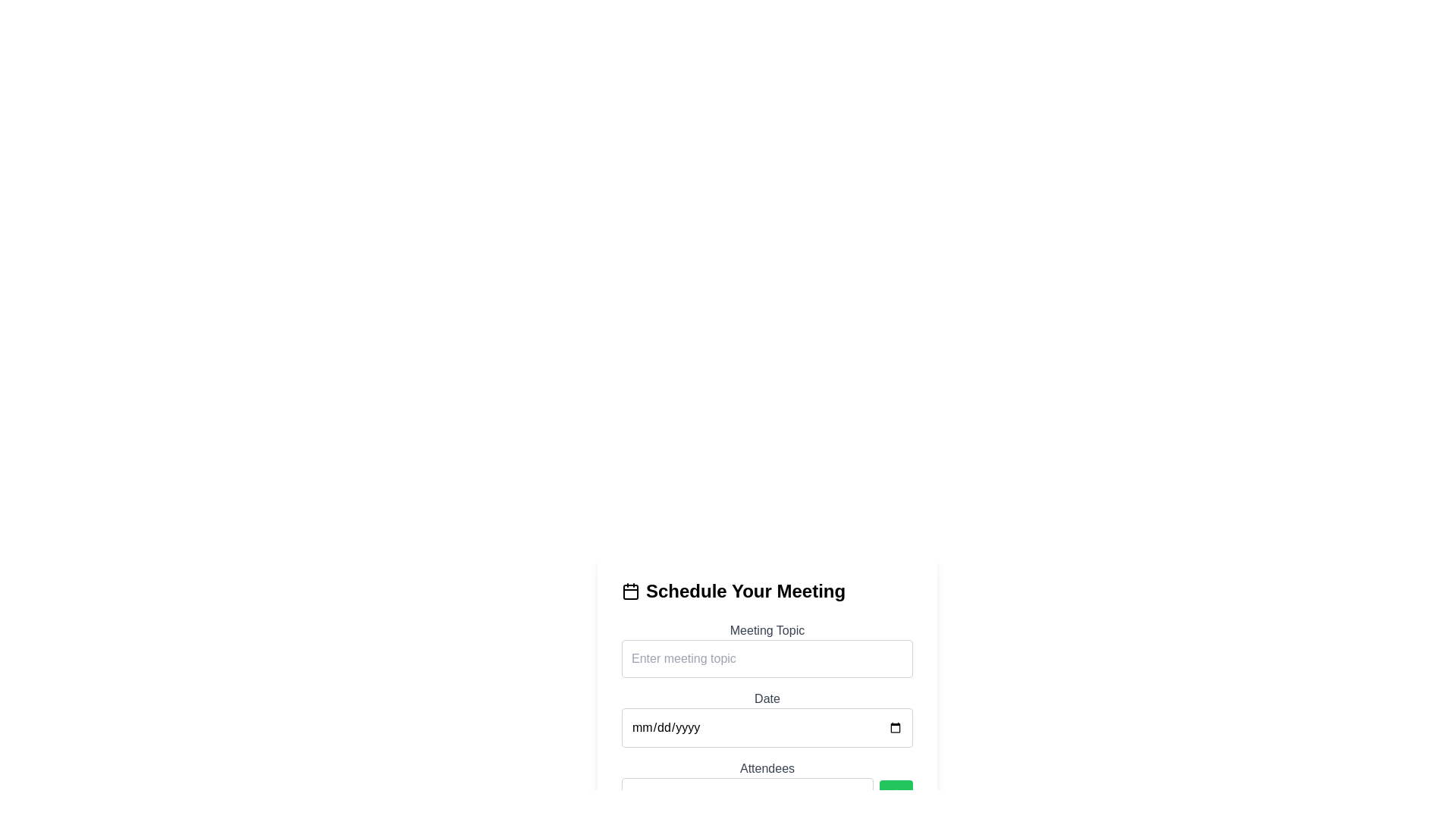 This screenshot has height=819, width=1456. Describe the element at coordinates (767, 631) in the screenshot. I see `the text label that reads 'Meeting Topic', which is styled in gray and positioned above the input field for entering the meeting topic` at that location.